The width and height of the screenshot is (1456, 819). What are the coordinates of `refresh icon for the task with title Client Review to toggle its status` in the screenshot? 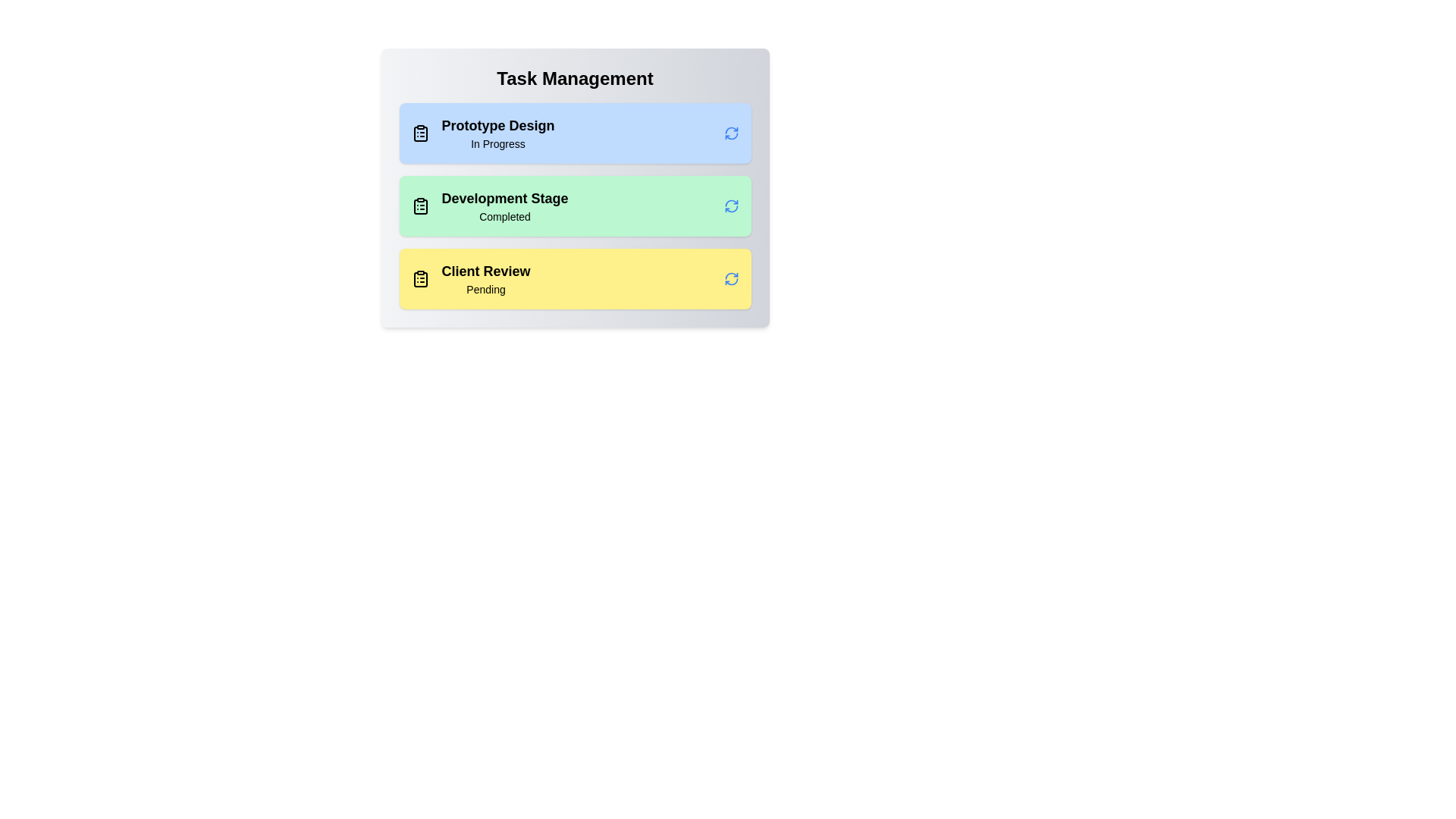 It's located at (731, 278).